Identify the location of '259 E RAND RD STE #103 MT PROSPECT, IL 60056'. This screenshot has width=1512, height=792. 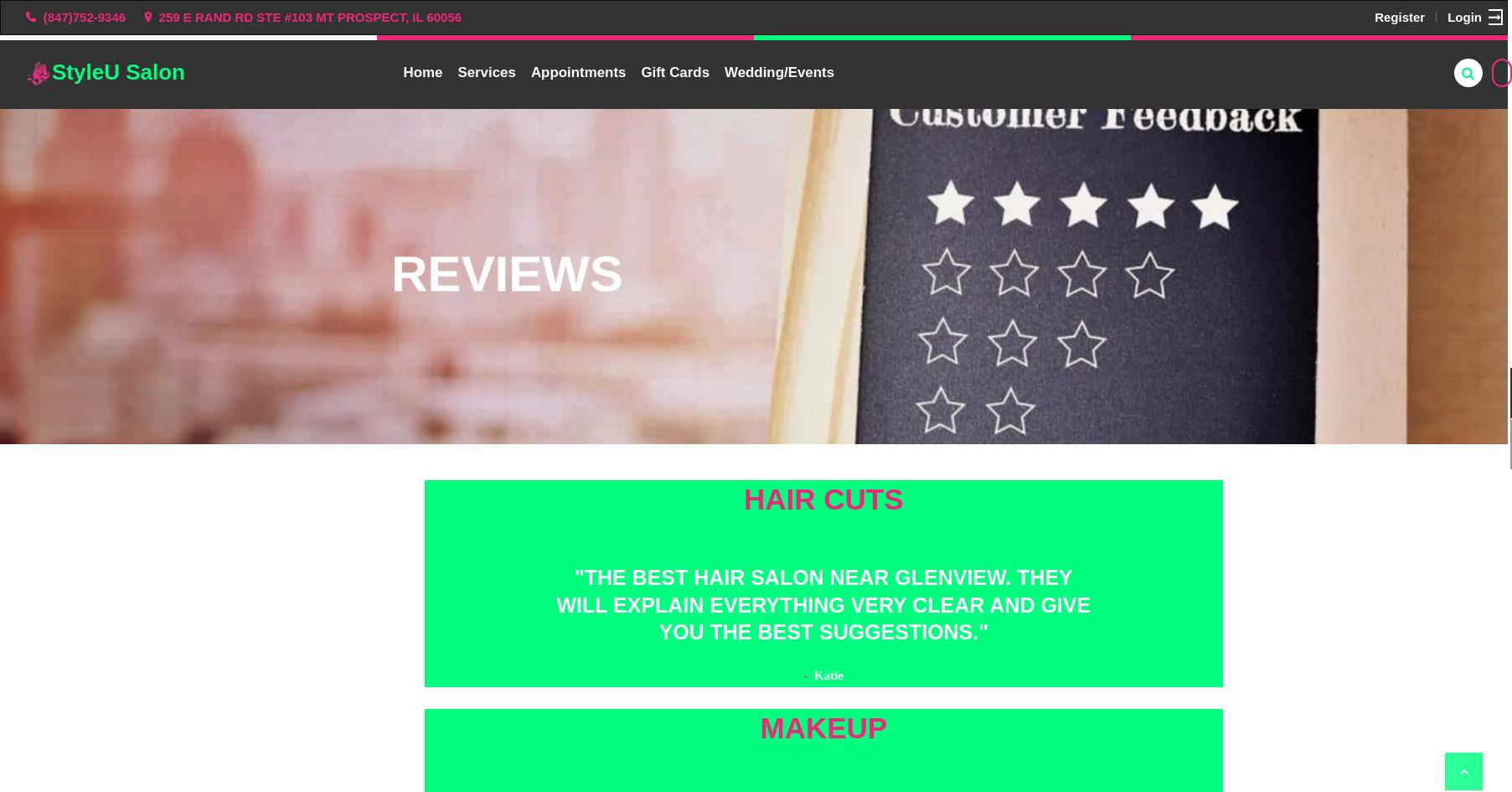
(157, 16).